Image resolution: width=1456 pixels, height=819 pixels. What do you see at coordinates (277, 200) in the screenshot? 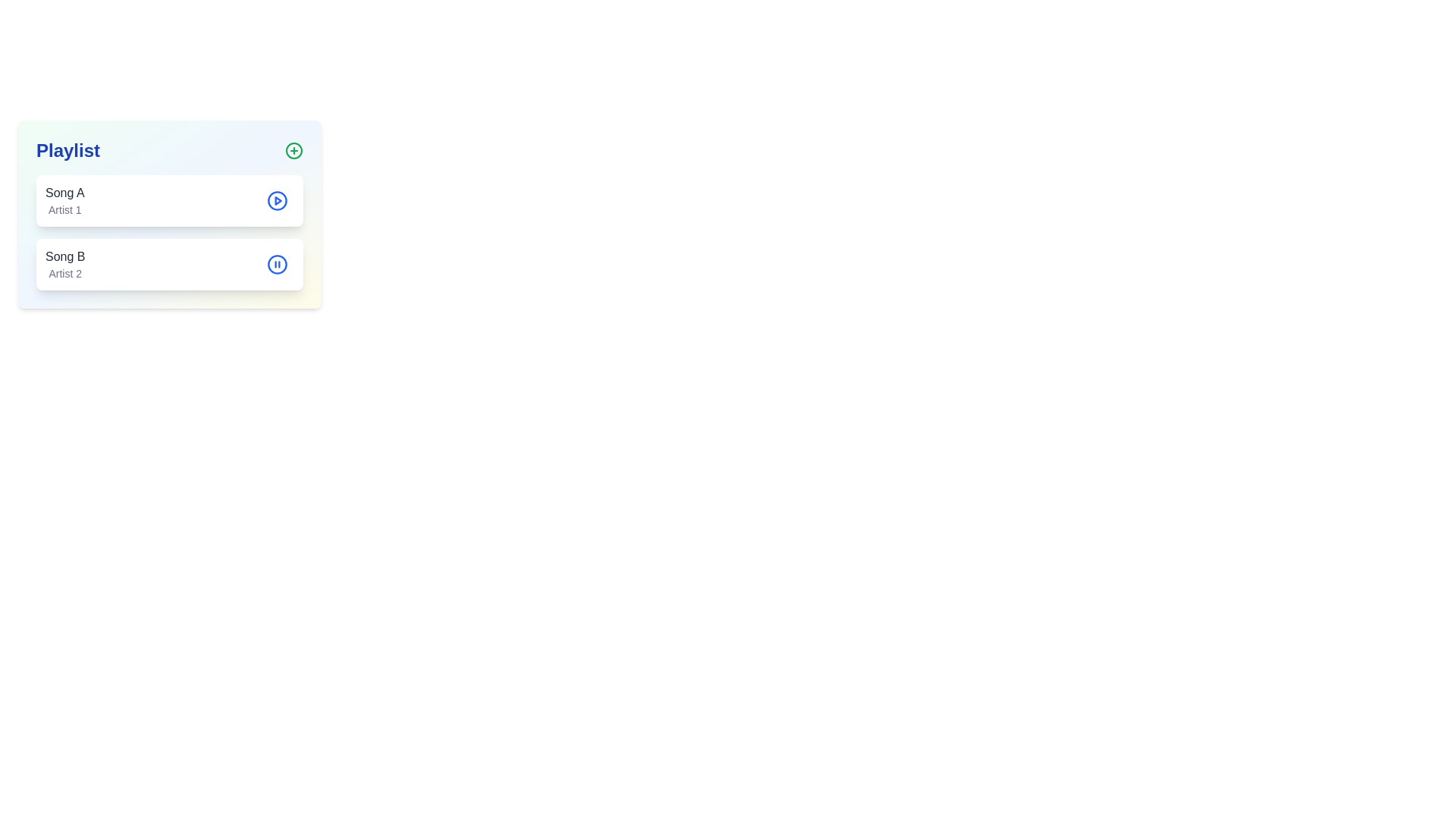
I see `the play button located on the right side of 'Song A' to initiate playback of the song` at bounding box center [277, 200].